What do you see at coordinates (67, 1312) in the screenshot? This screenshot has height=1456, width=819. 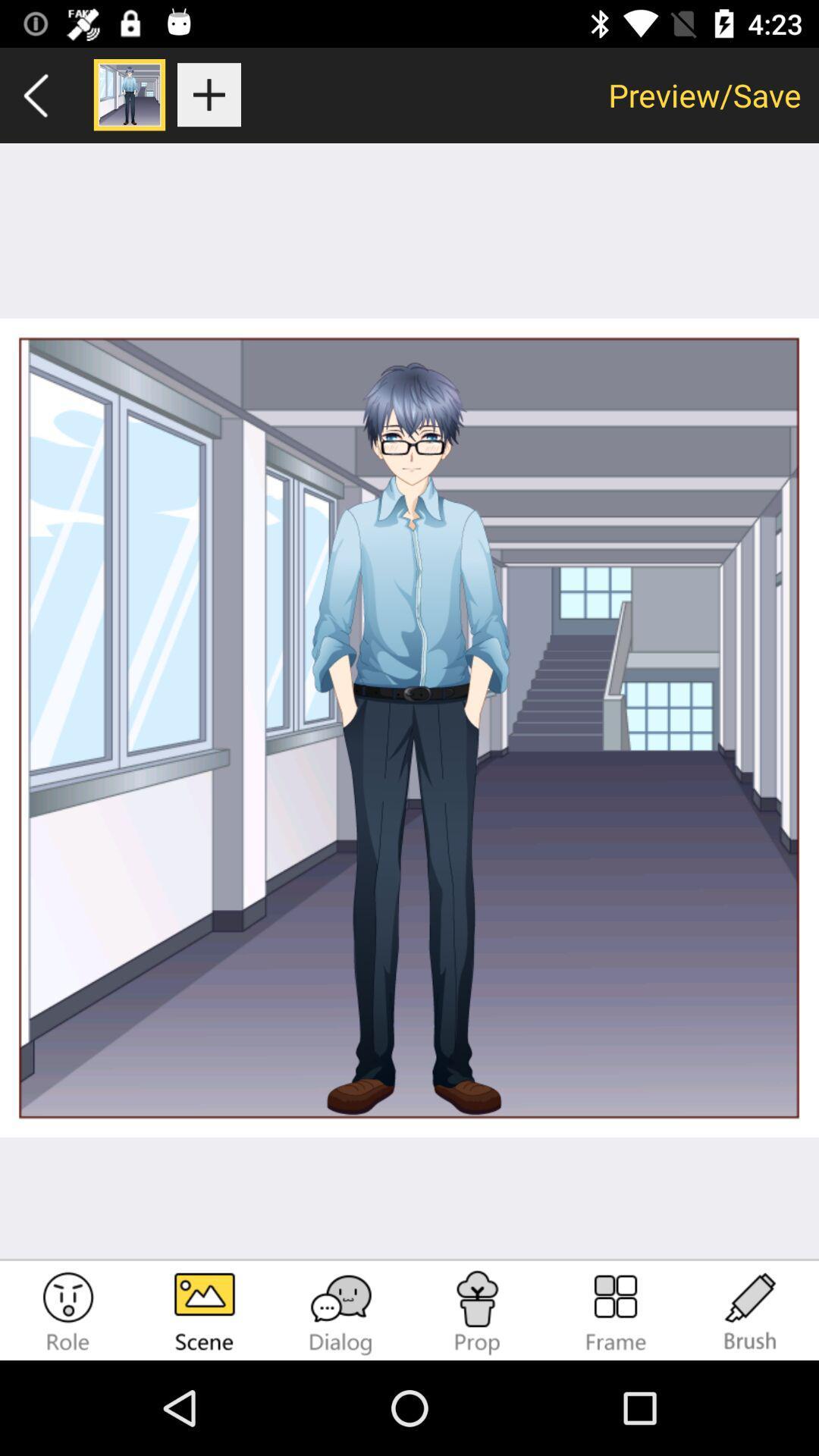 I see `the emoji icon` at bounding box center [67, 1312].